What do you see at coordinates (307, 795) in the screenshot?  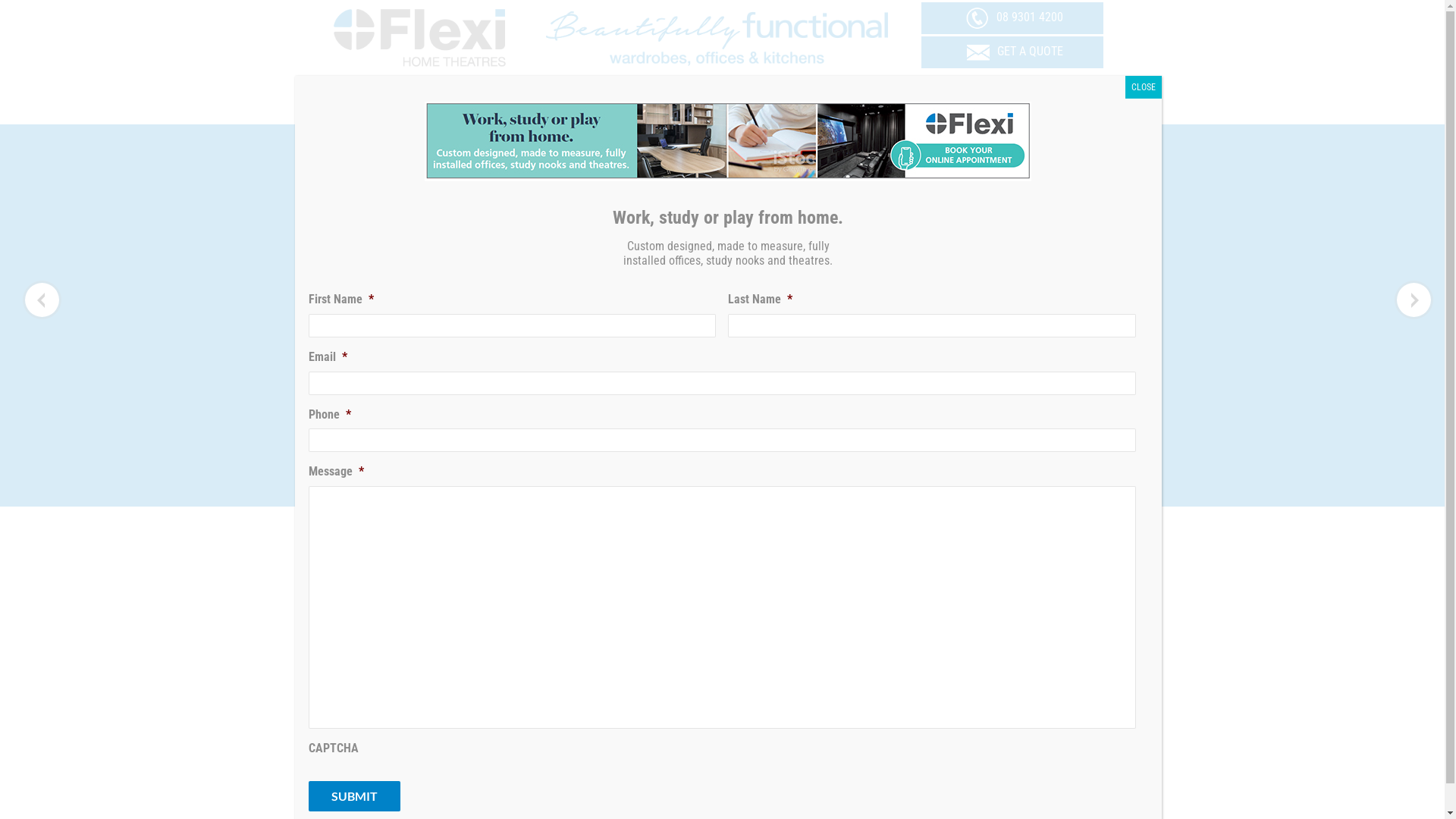 I see `'Submit'` at bounding box center [307, 795].